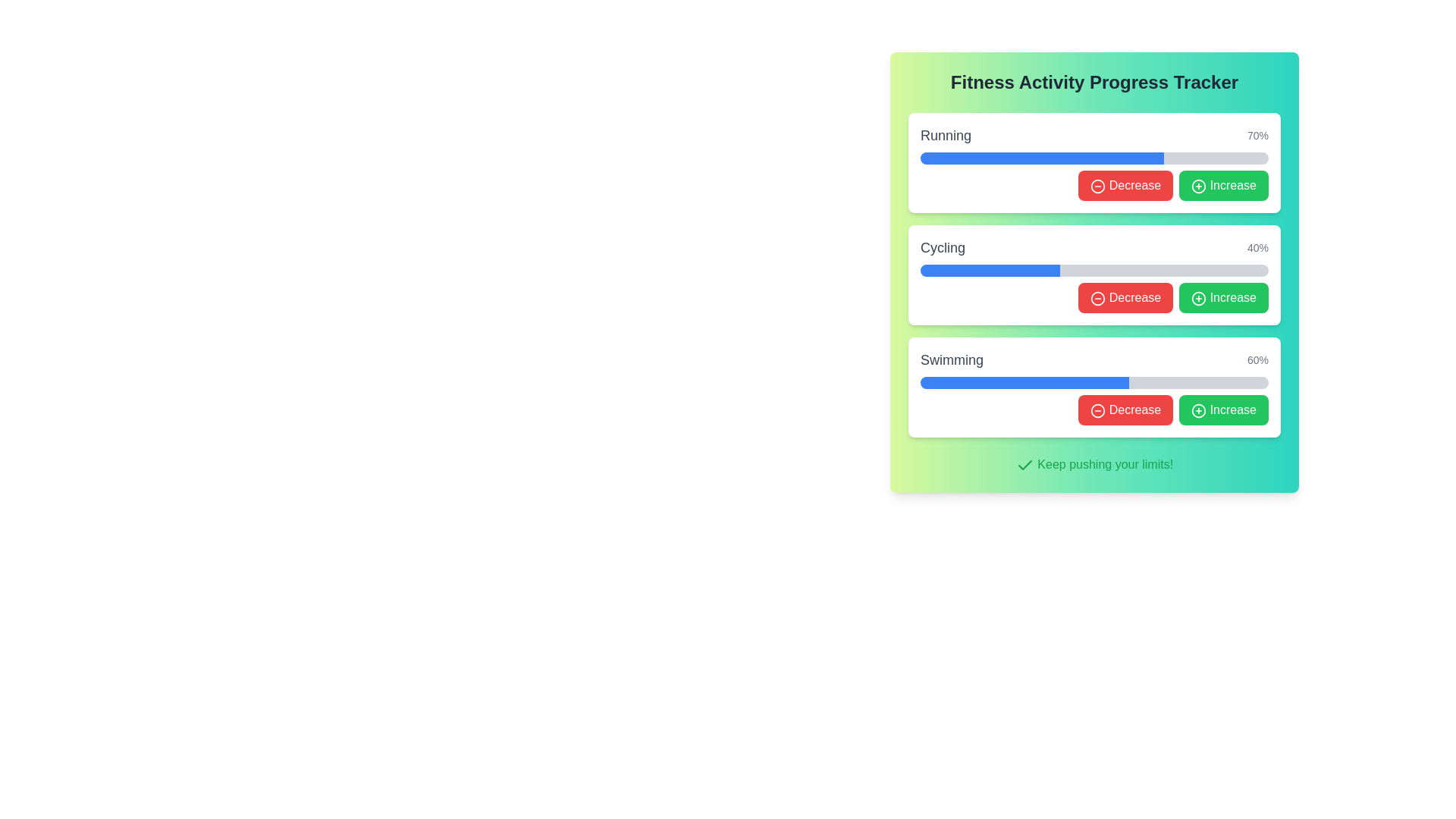 This screenshot has height=819, width=1456. What do you see at coordinates (990, 270) in the screenshot?
I see `the progress bar representing 40% completion within the 'Cycling' section of the progress trackers` at bounding box center [990, 270].